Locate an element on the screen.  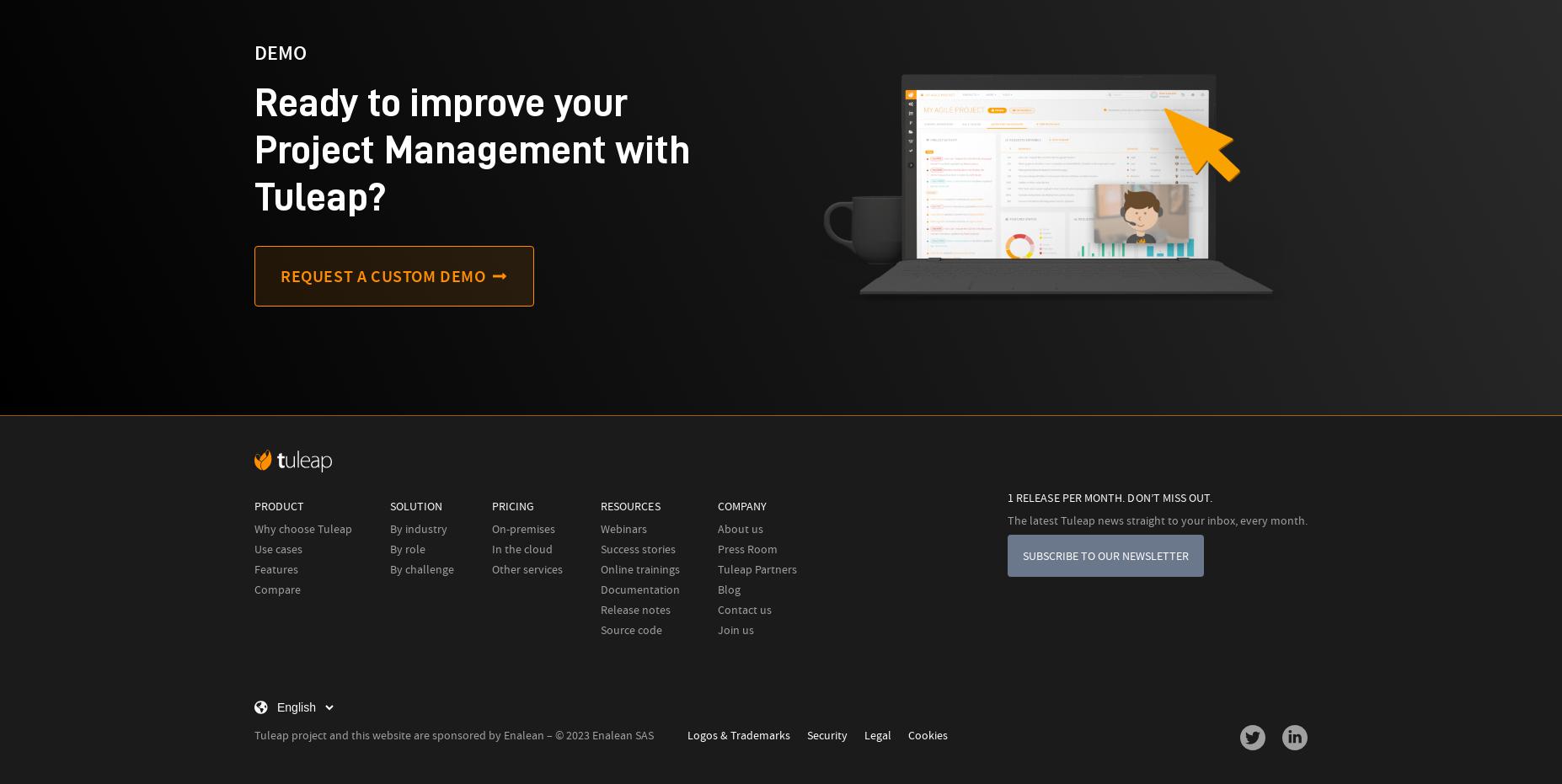
'demo' is located at coordinates (279, 52).